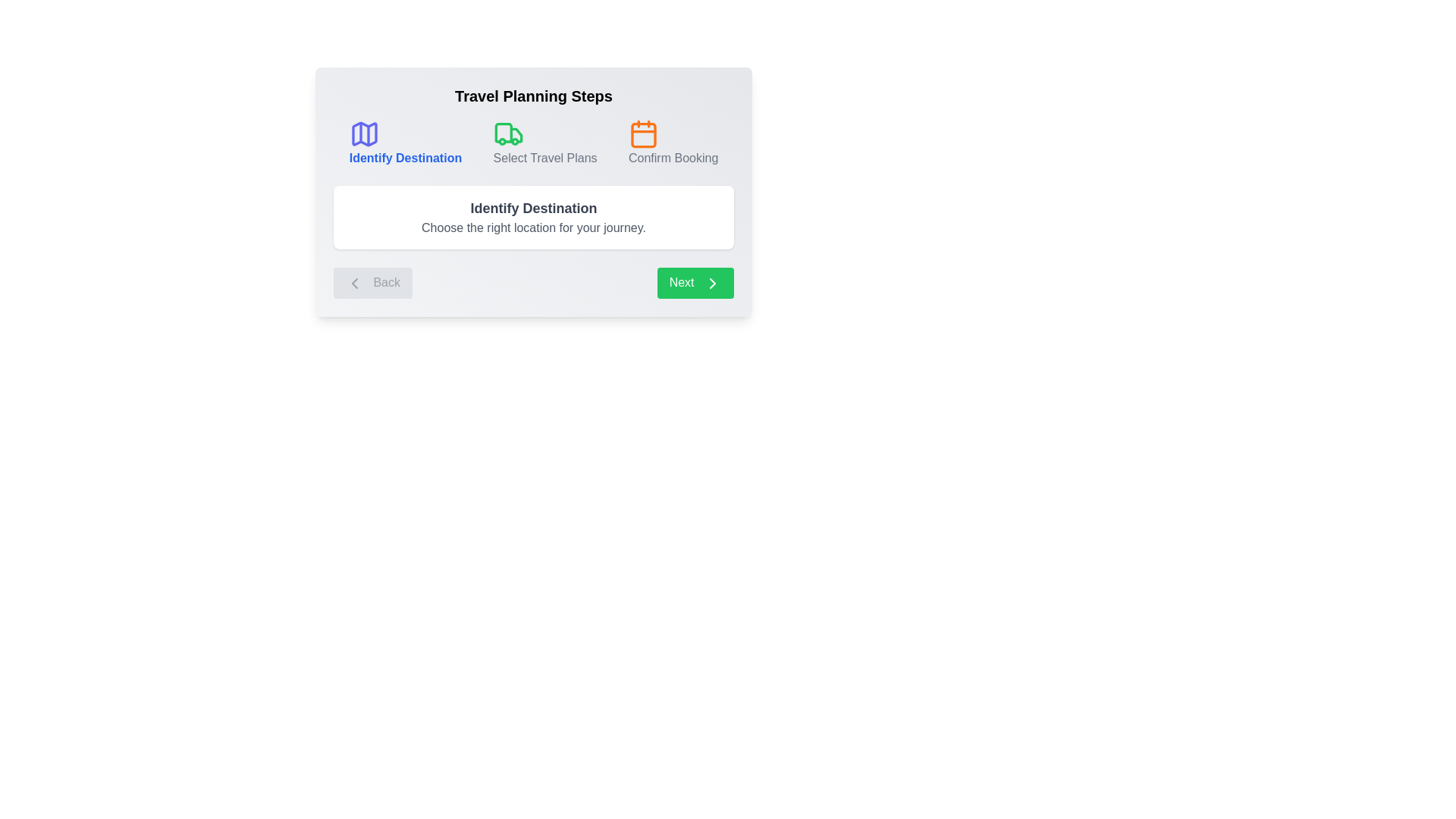 The height and width of the screenshot is (819, 1456). I want to click on the orange rectangular decorative element within the calendar icon, located near the top right corner of the interface, which is part of the step indicators for a travel planning process, so click(644, 133).